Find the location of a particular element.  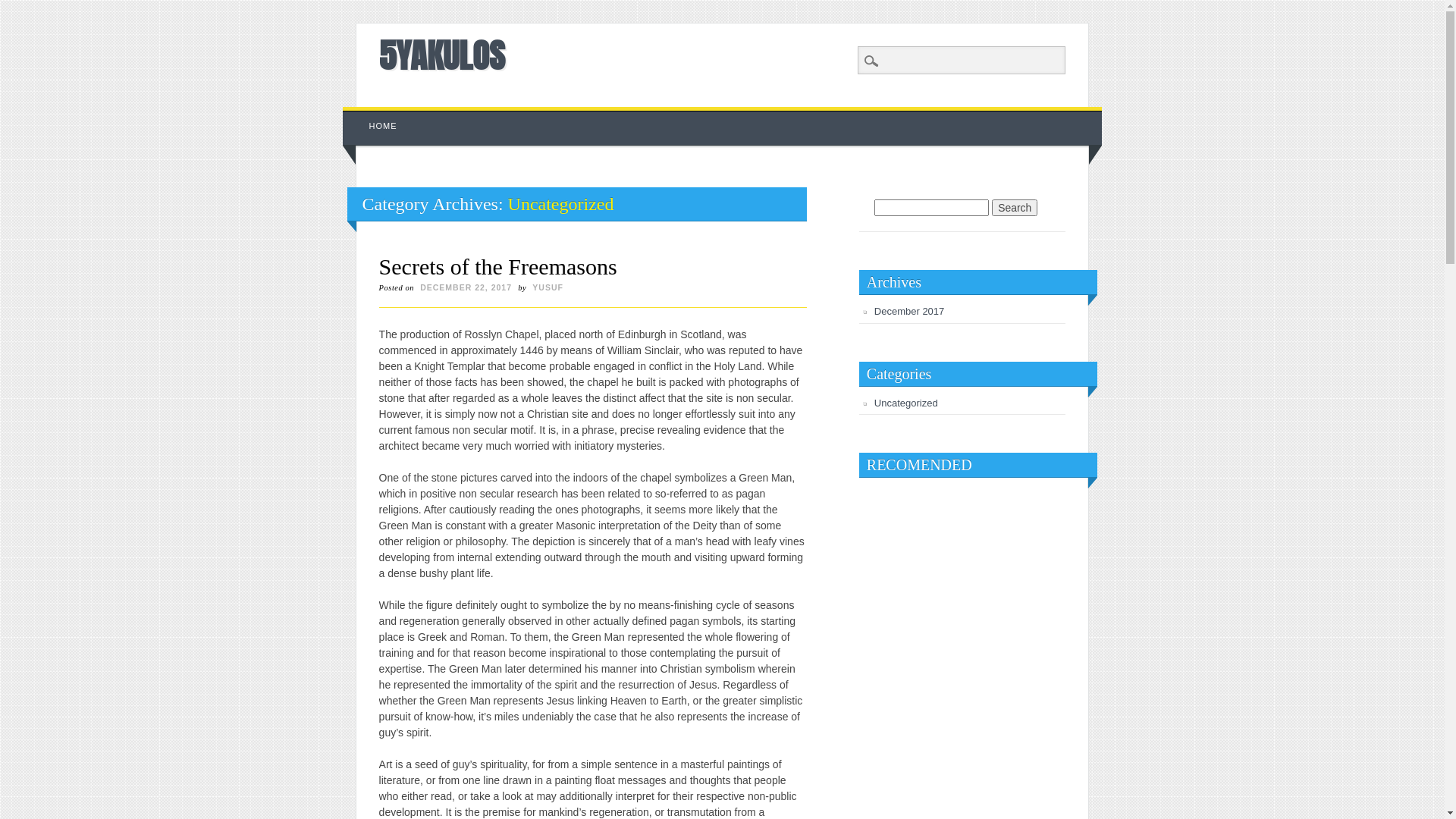

'Secrets of the Freemasons' is located at coordinates (498, 265).